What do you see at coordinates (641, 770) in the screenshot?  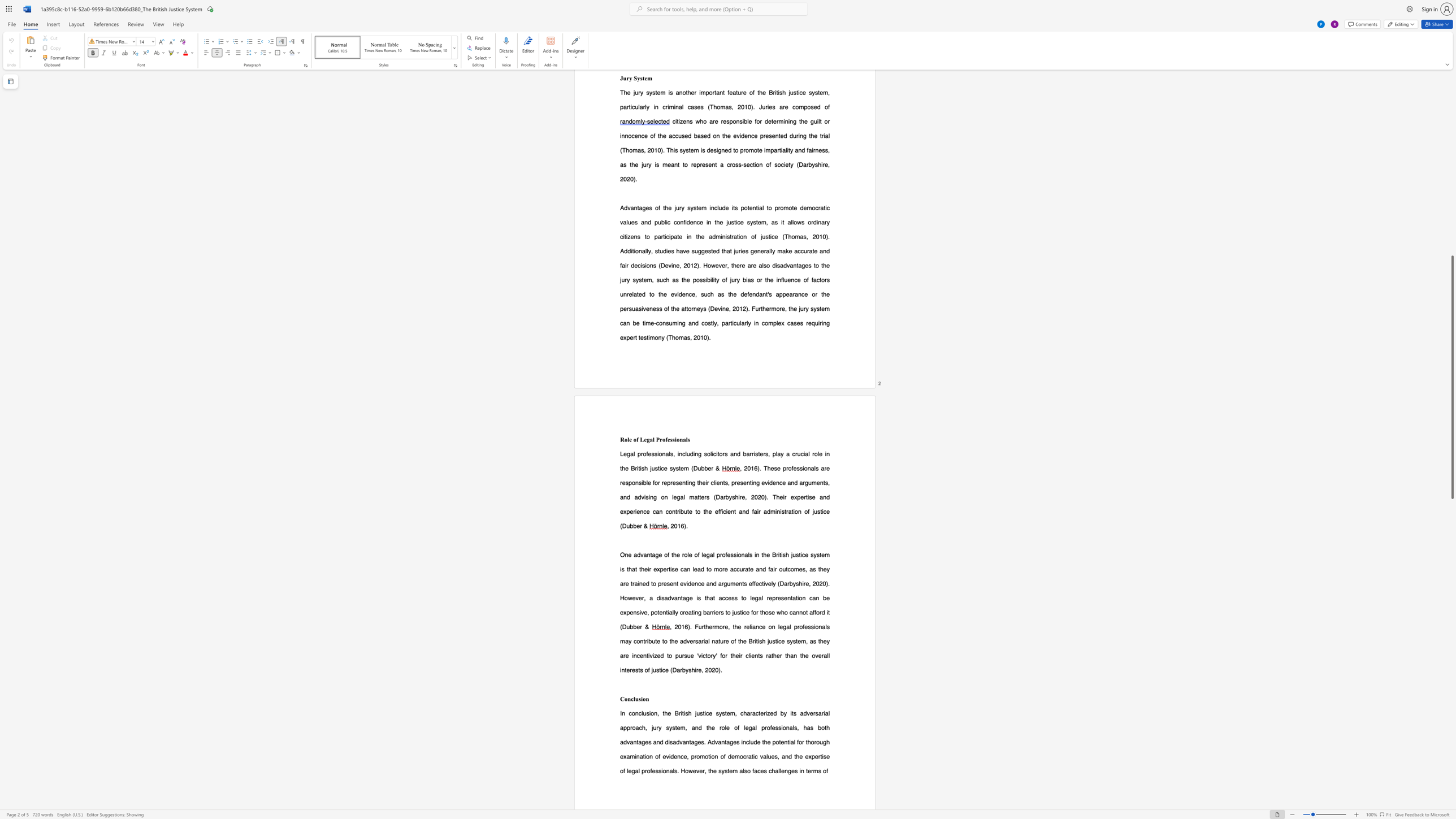 I see `the subset text "professionals. Howeve" within the text "of legal professionals. However, the system also faces challenges in terms of"` at bounding box center [641, 770].